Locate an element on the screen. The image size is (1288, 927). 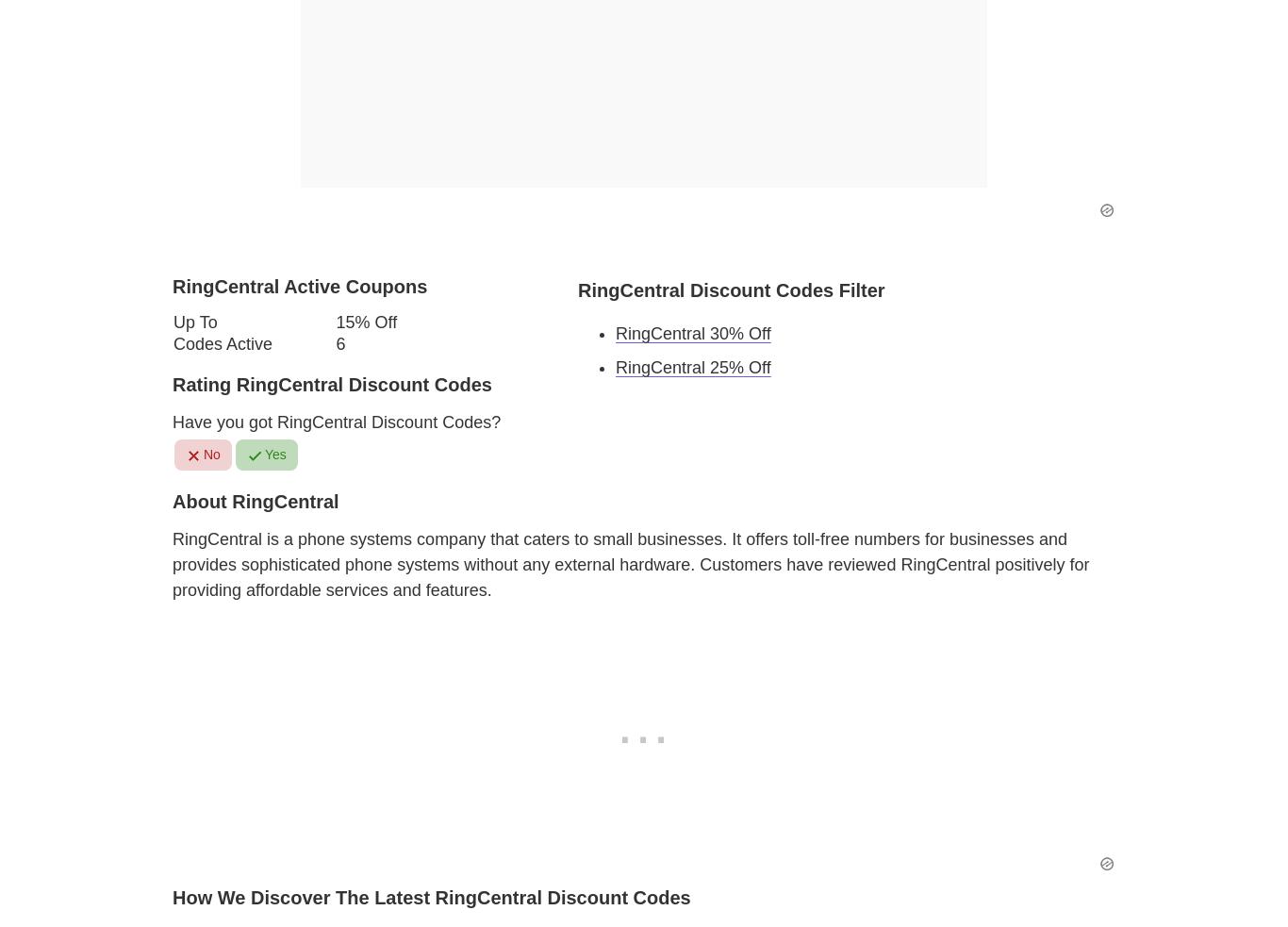
'RingCentral is a phone systems company that caters to small businesses. It offers toll-free numbers for businesses and provides sophisticated phone systems without any external hardware. Customers have reviewed RingCentral positively for providing affordable services and features.' is located at coordinates (630, 563).